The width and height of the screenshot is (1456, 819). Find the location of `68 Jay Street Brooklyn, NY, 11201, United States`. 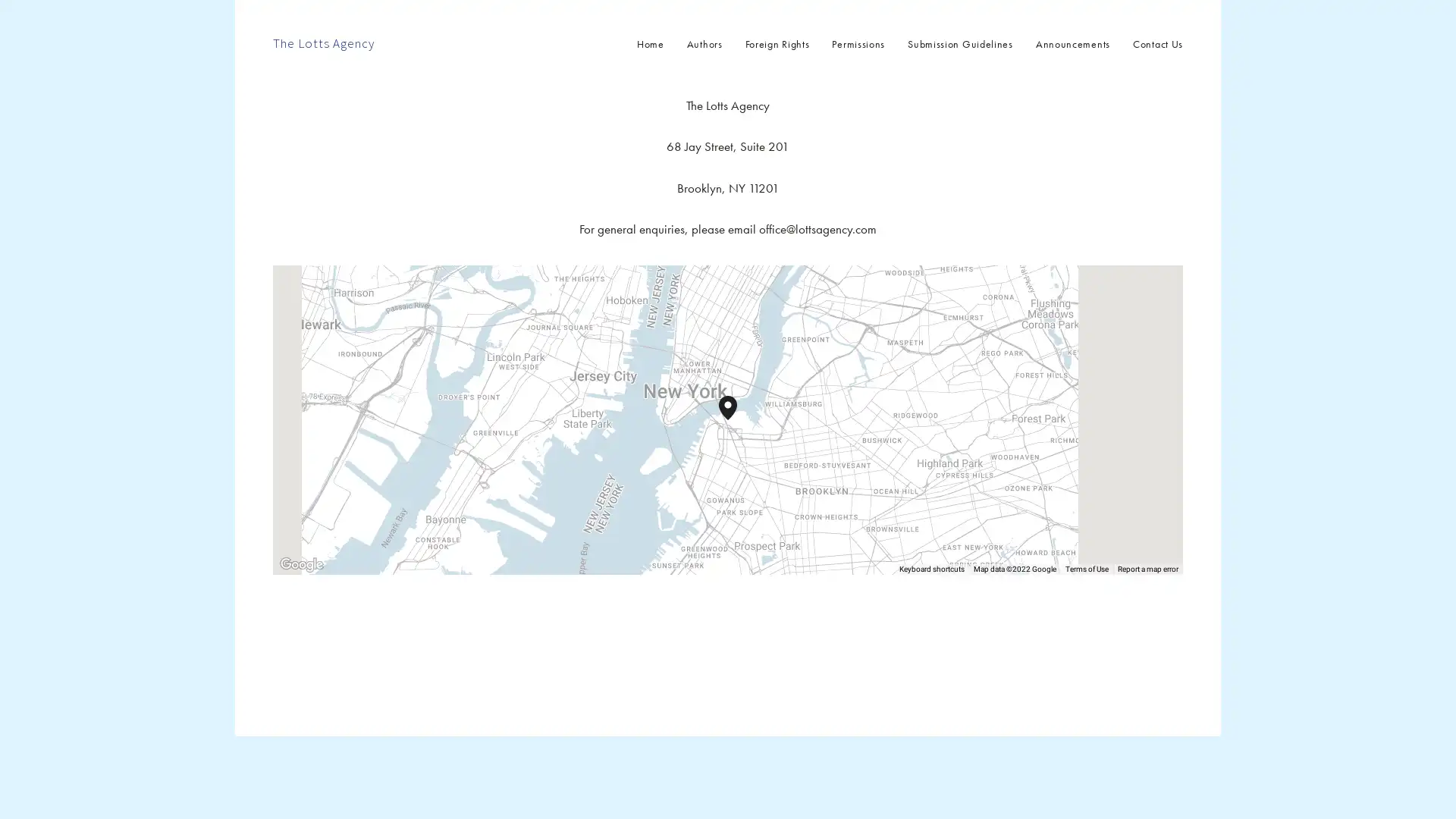

68 Jay Street Brooklyn, NY, 11201, United States is located at coordinates (737, 420).